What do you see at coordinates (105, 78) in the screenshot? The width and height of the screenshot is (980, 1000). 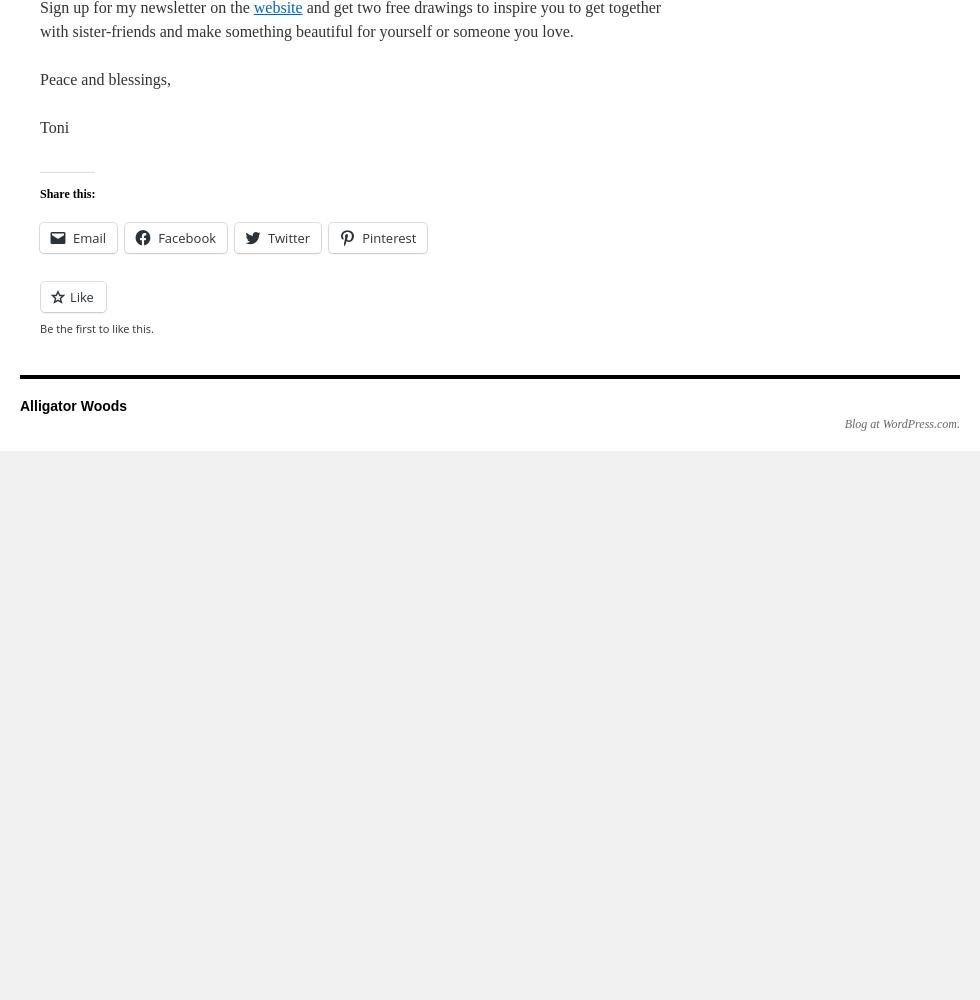 I see `'Peace and blessings,'` at bounding box center [105, 78].